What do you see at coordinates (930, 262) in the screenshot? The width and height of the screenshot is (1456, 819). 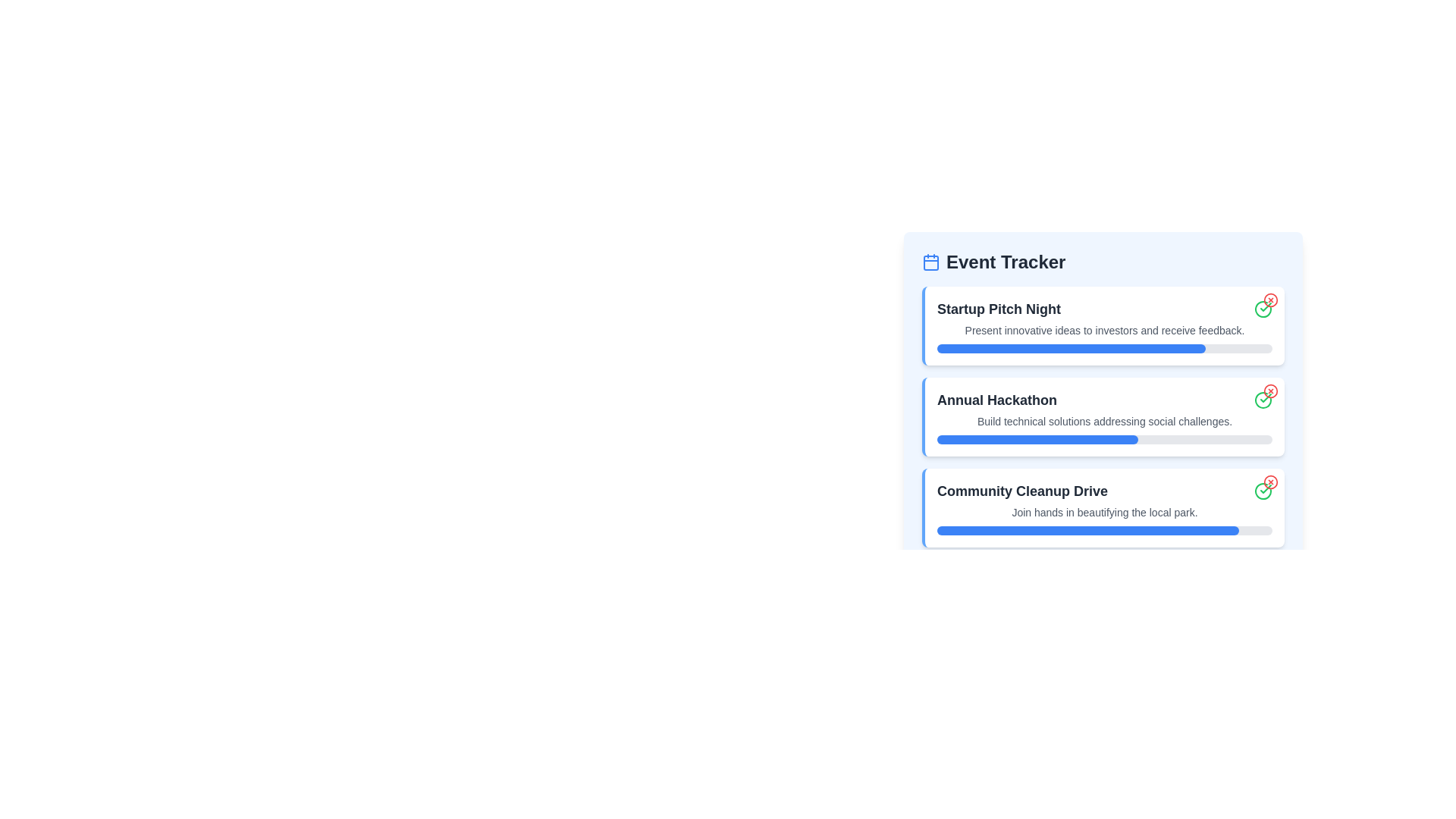 I see `the blue filled rounded rectangle icon that forms the body of the calendar in the top-left corner of the 'Event Tracker' section header` at bounding box center [930, 262].